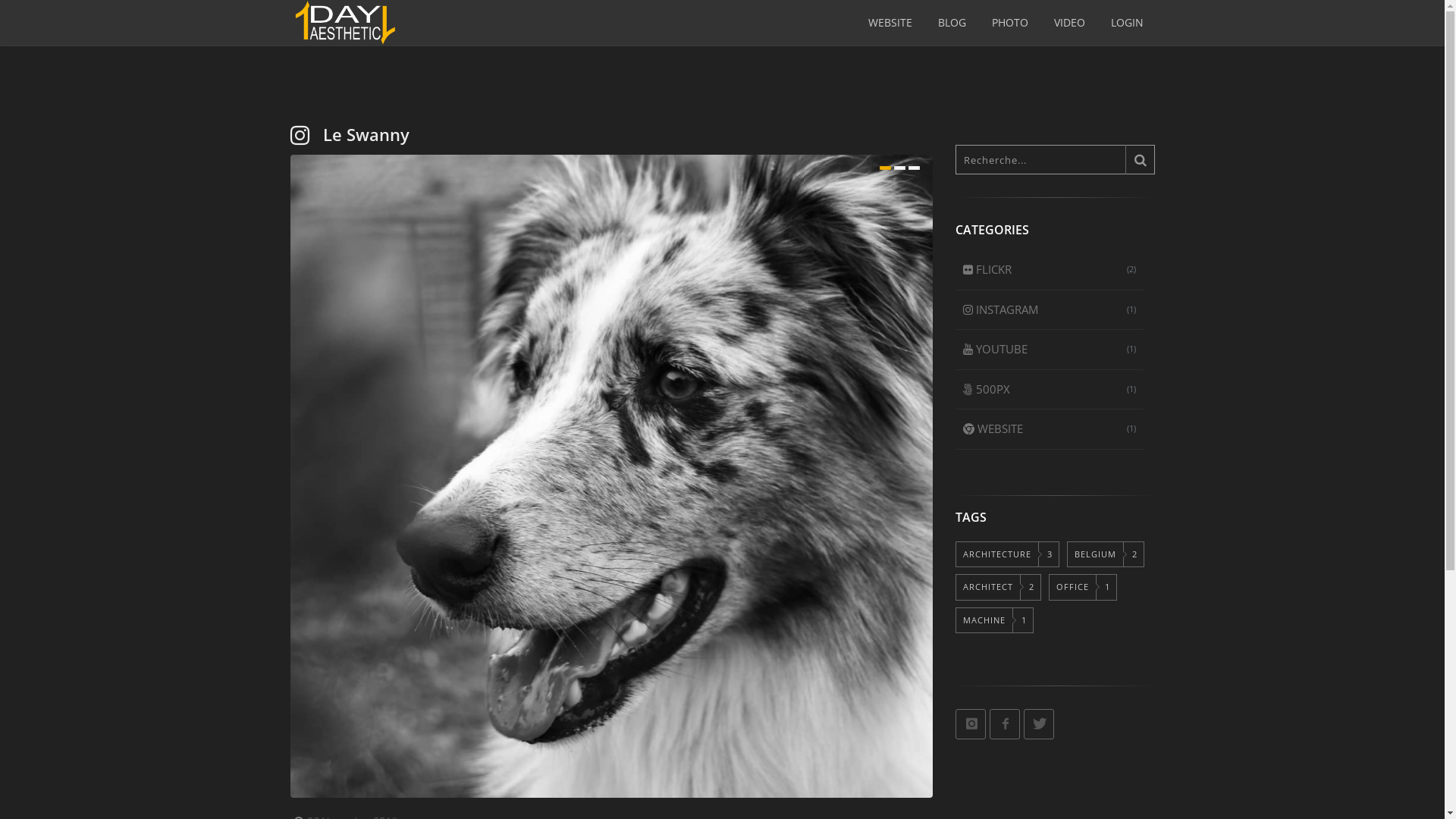 The height and width of the screenshot is (819, 1456). I want to click on '(1), so click(1048, 429).